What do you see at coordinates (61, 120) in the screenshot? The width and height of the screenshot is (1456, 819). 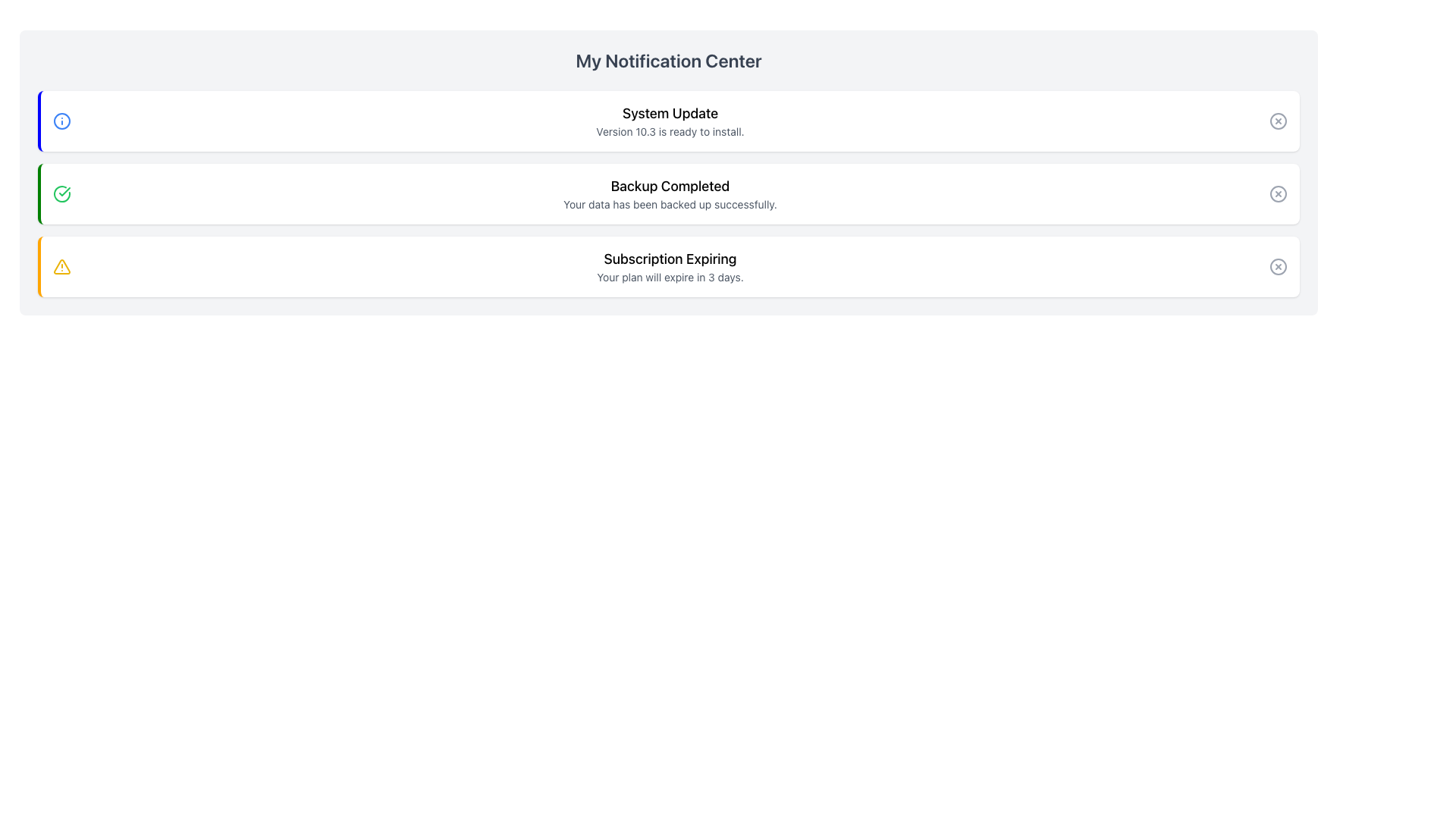 I see `the informational icon located at the leftmost end of the notification bar for 'System Update Version 10.3 is ready to install.'` at bounding box center [61, 120].